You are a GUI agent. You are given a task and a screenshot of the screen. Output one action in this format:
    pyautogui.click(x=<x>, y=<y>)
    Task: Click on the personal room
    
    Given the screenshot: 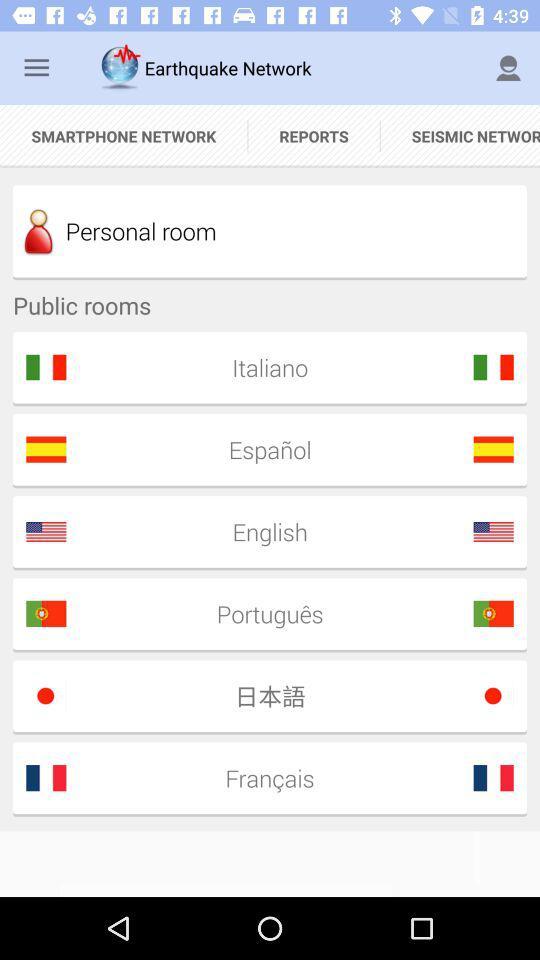 What is the action you would take?
    pyautogui.click(x=270, y=231)
    